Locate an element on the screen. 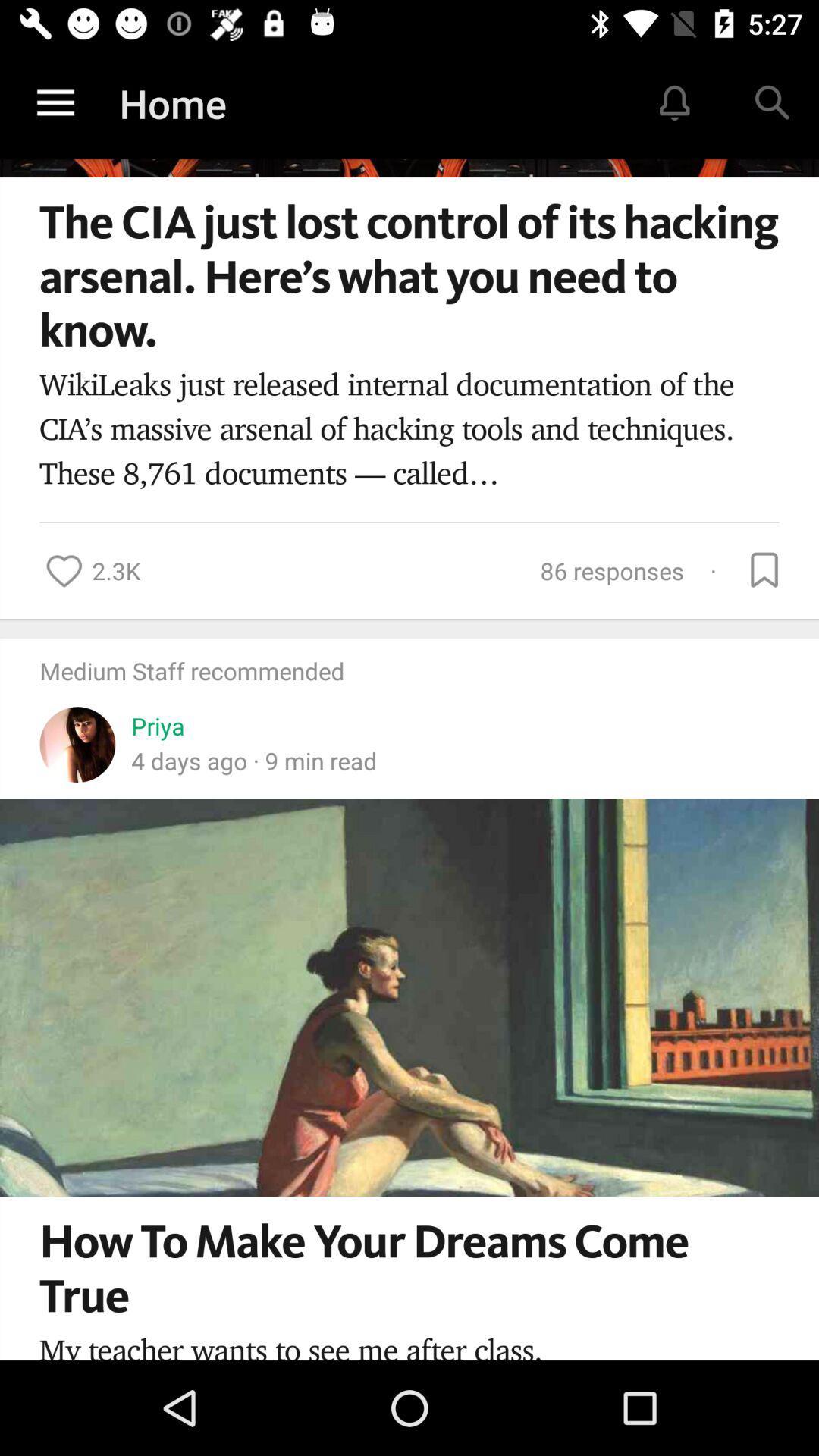 The width and height of the screenshot is (819, 1456). image beside 23k is located at coordinates (63, 570).